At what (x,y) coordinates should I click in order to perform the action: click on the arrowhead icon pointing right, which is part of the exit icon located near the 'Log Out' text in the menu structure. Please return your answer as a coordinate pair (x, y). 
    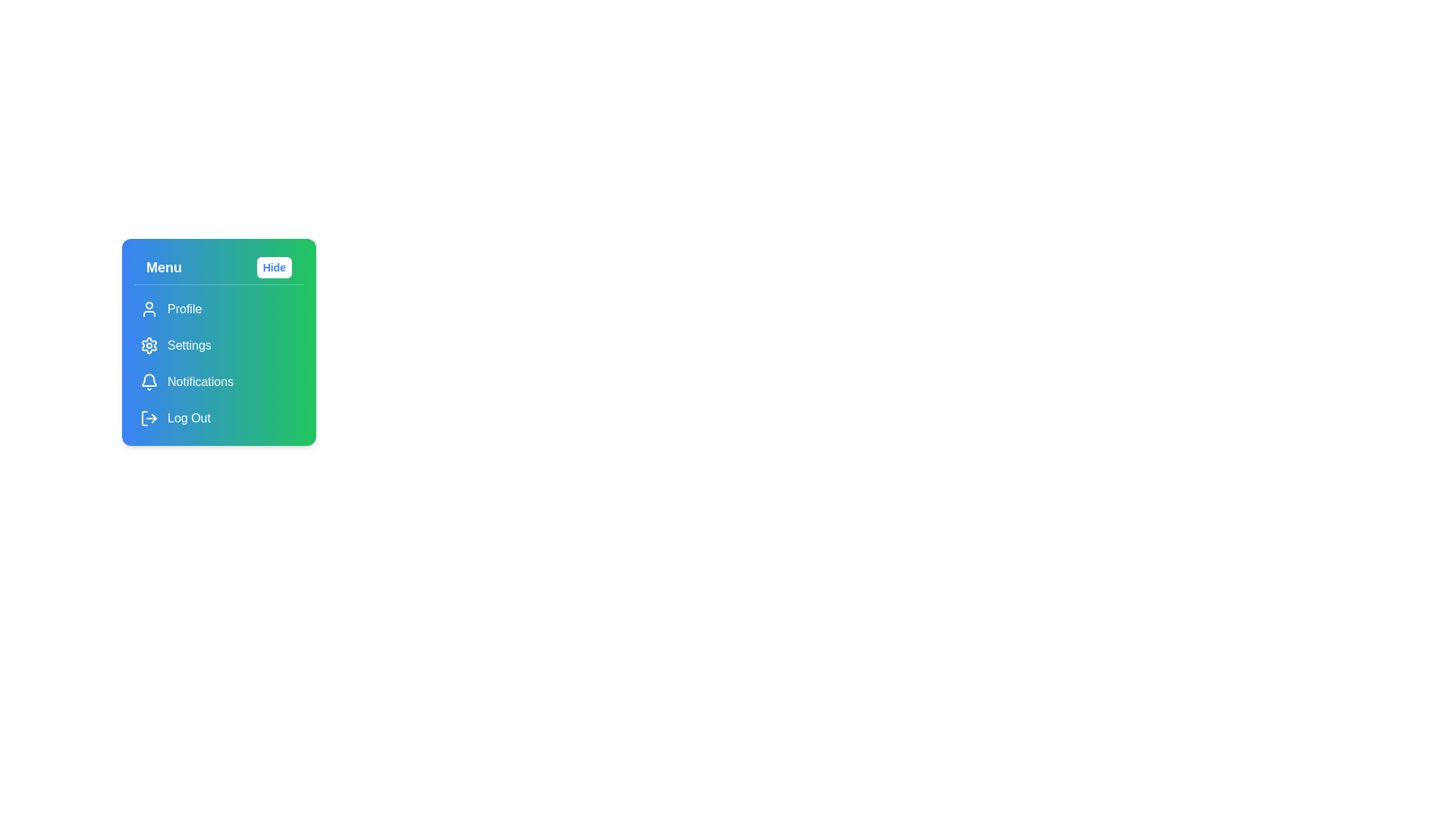
    Looking at the image, I should click on (154, 418).